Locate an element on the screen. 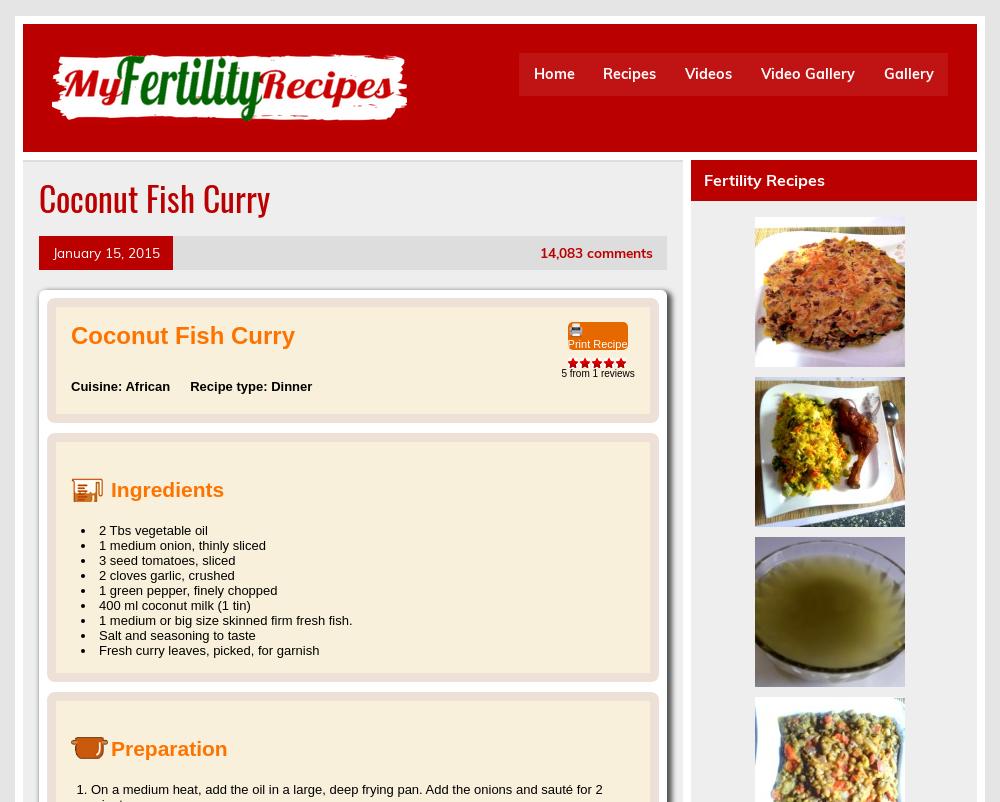  'Print Recipe' is located at coordinates (596, 343).